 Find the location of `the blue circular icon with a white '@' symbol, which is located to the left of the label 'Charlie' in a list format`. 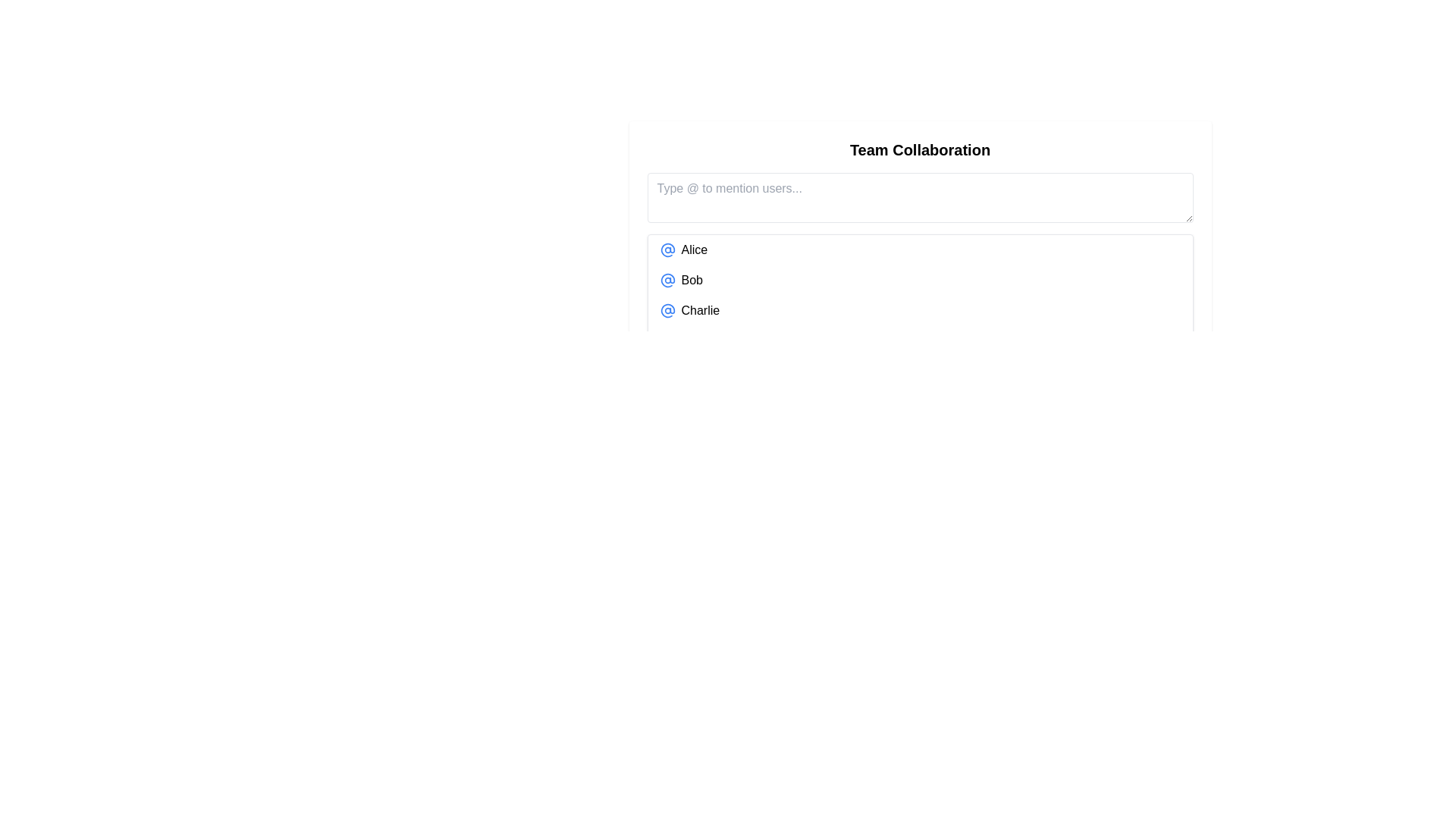

the blue circular icon with a white '@' symbol, which is located to the left of the label 'Charlie' in a list format is located at coordinates (667, 309).